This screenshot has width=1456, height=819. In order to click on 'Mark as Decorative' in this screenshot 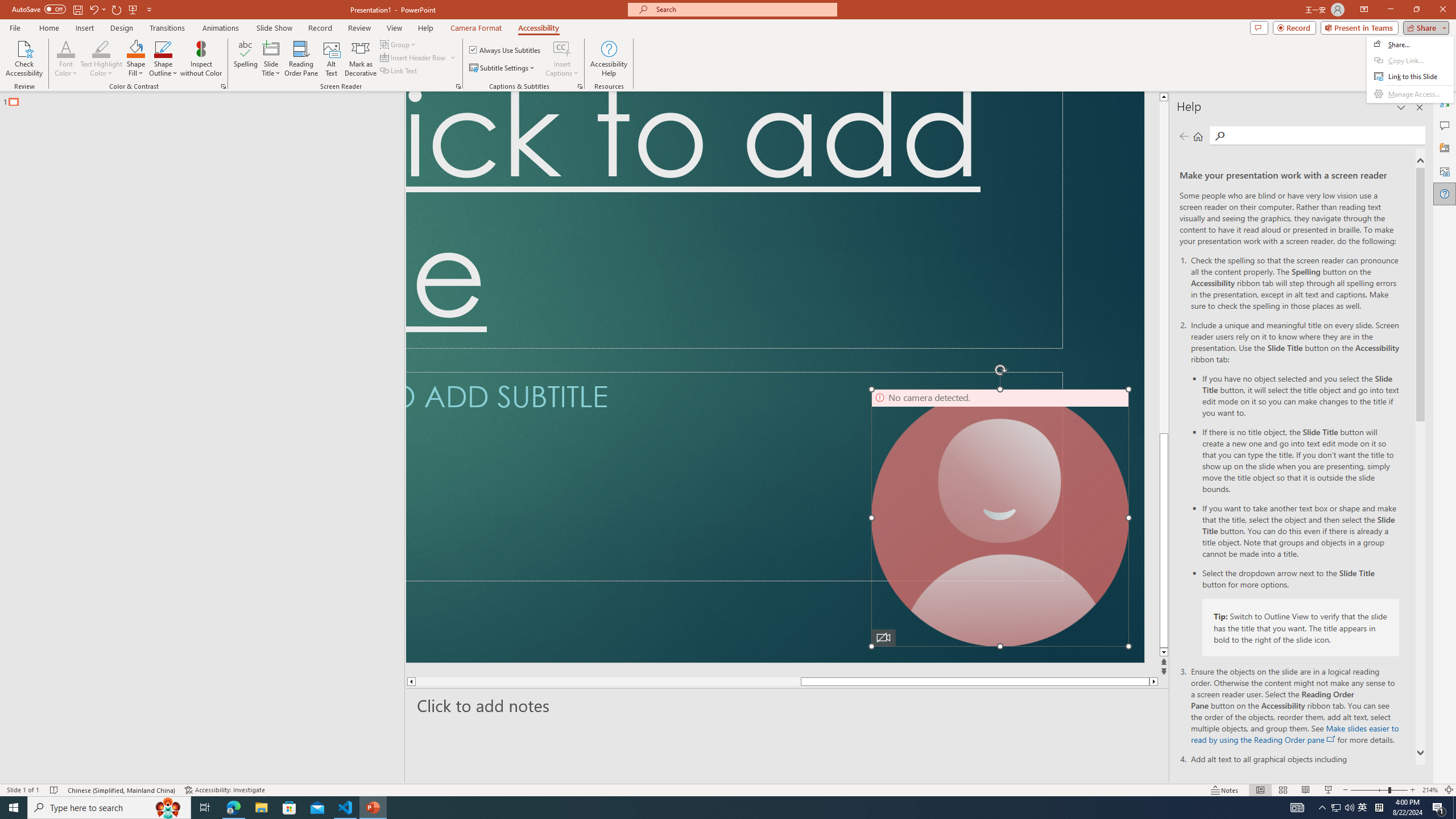, I will do `click(360, 59)`.